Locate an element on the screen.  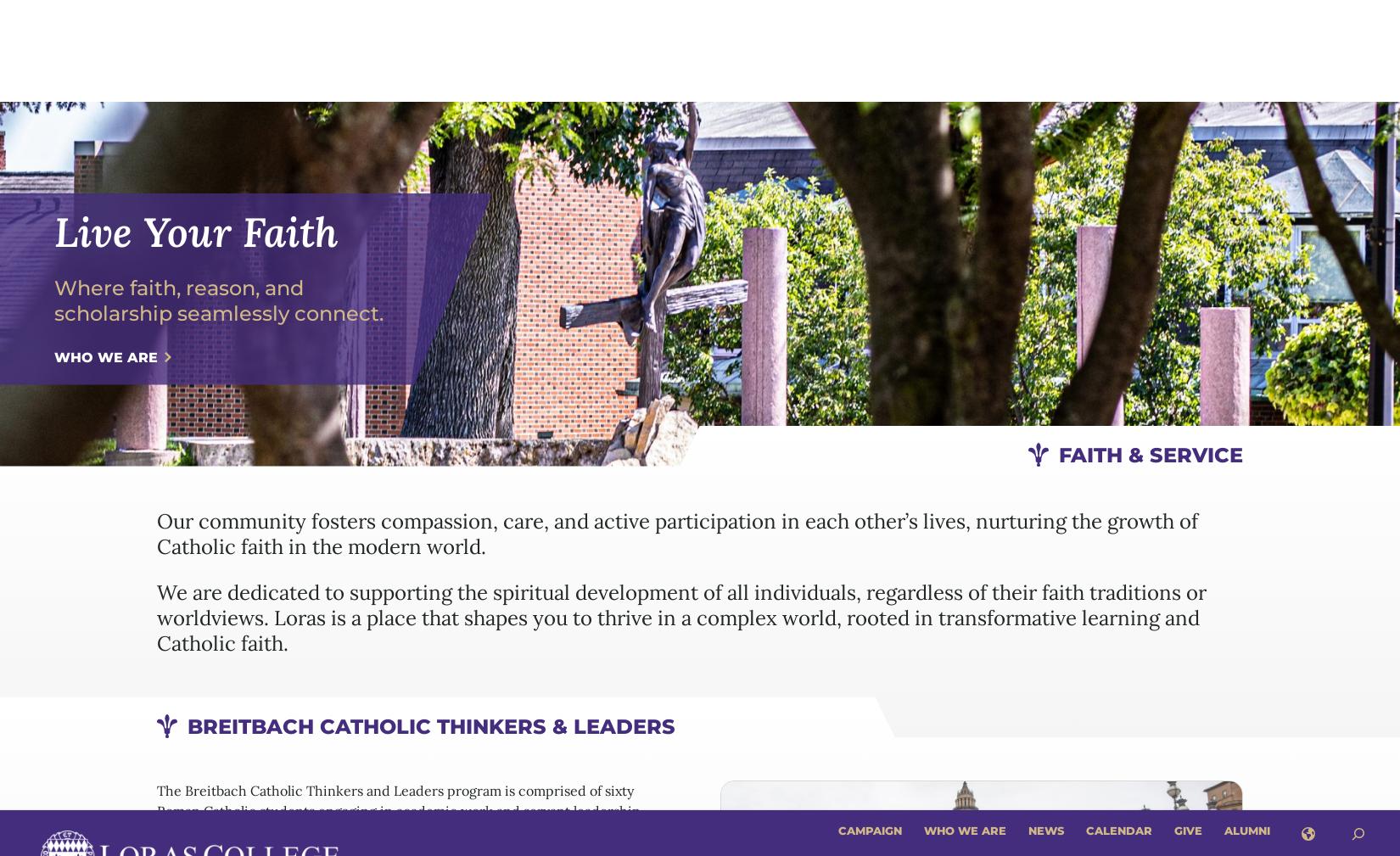
'The Fellowship of Catholic University Students is a Catholic collegiate outreach whose mission is to share the hope and joy of the gospel with college and university students, inspiring and equipping them for a lifetime of Christ-centered evangelization, discipleship, and friendships in which they lead others to do the same.' is located at coordinates (156, 752).